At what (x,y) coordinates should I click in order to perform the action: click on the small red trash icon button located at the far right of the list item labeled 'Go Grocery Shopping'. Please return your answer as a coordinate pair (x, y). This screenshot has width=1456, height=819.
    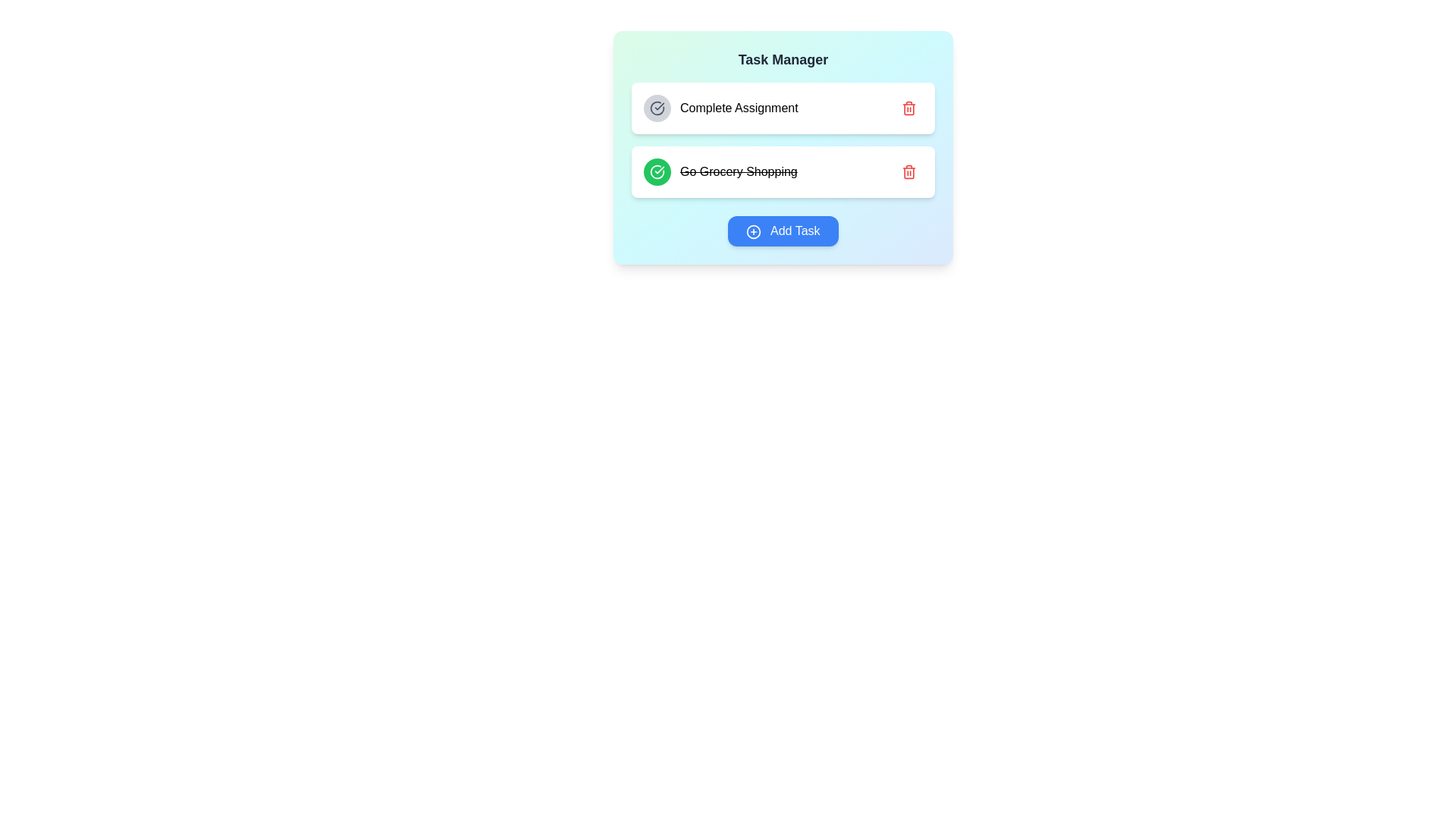
    Looking at the image, I should click on (909, 171).